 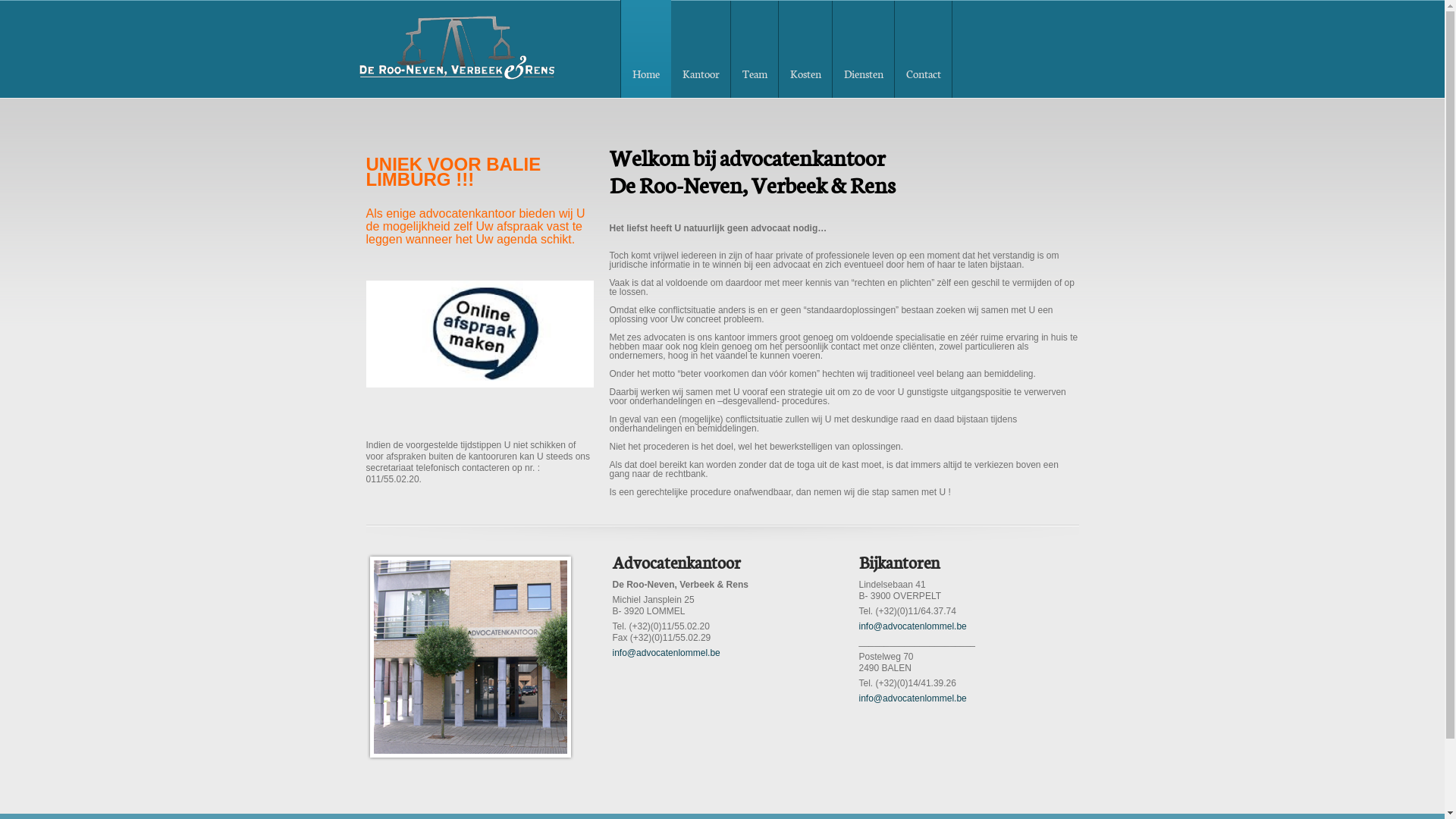 I want to click on 'Home', so click(x=645, y=48).